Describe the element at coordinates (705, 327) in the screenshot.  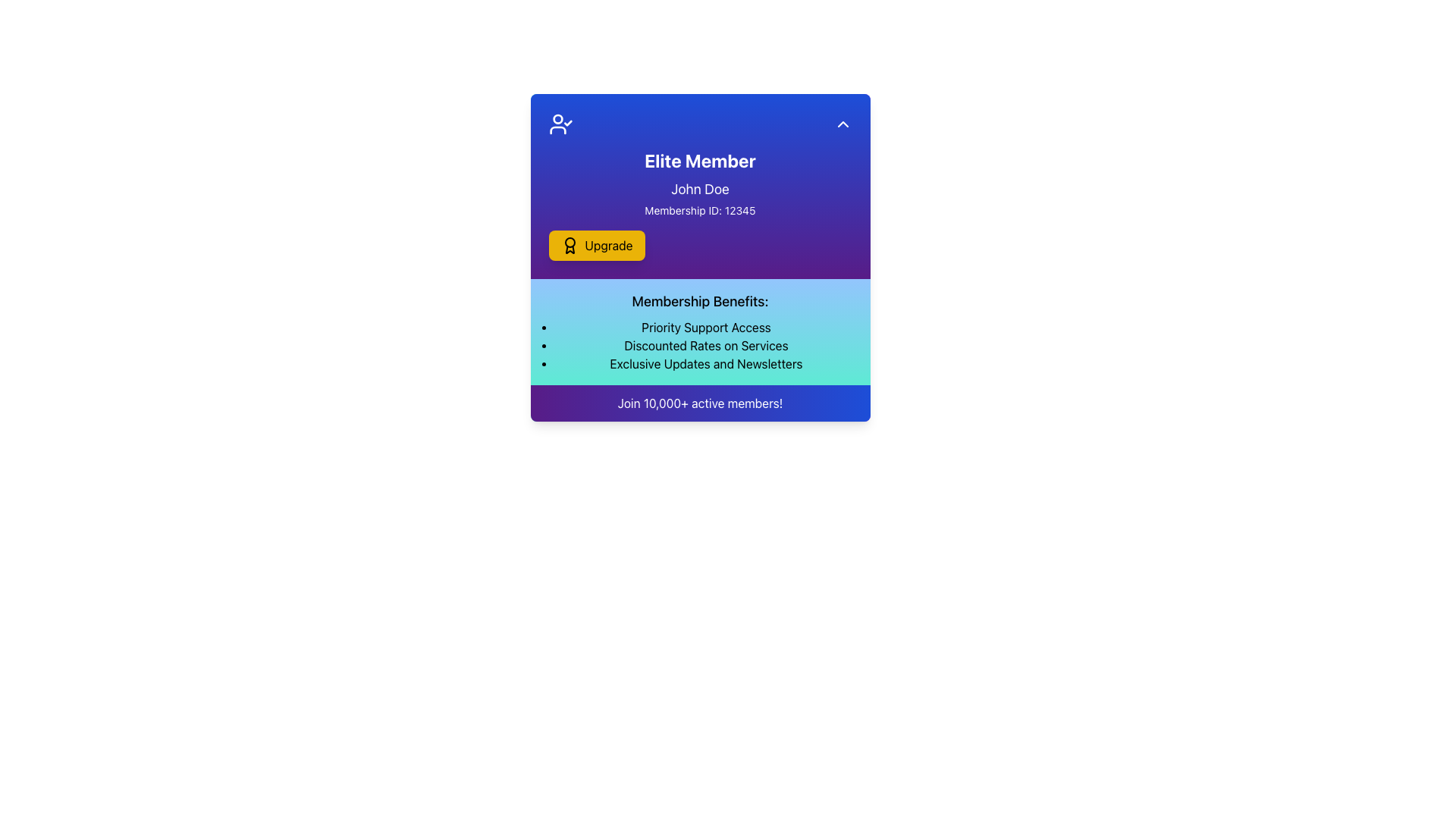
I see `text label that describes the membership benefit titled 'Priority Support Access', which is the first item in the vertical bulleted list under the 'Membership Benefits' section` at that location.